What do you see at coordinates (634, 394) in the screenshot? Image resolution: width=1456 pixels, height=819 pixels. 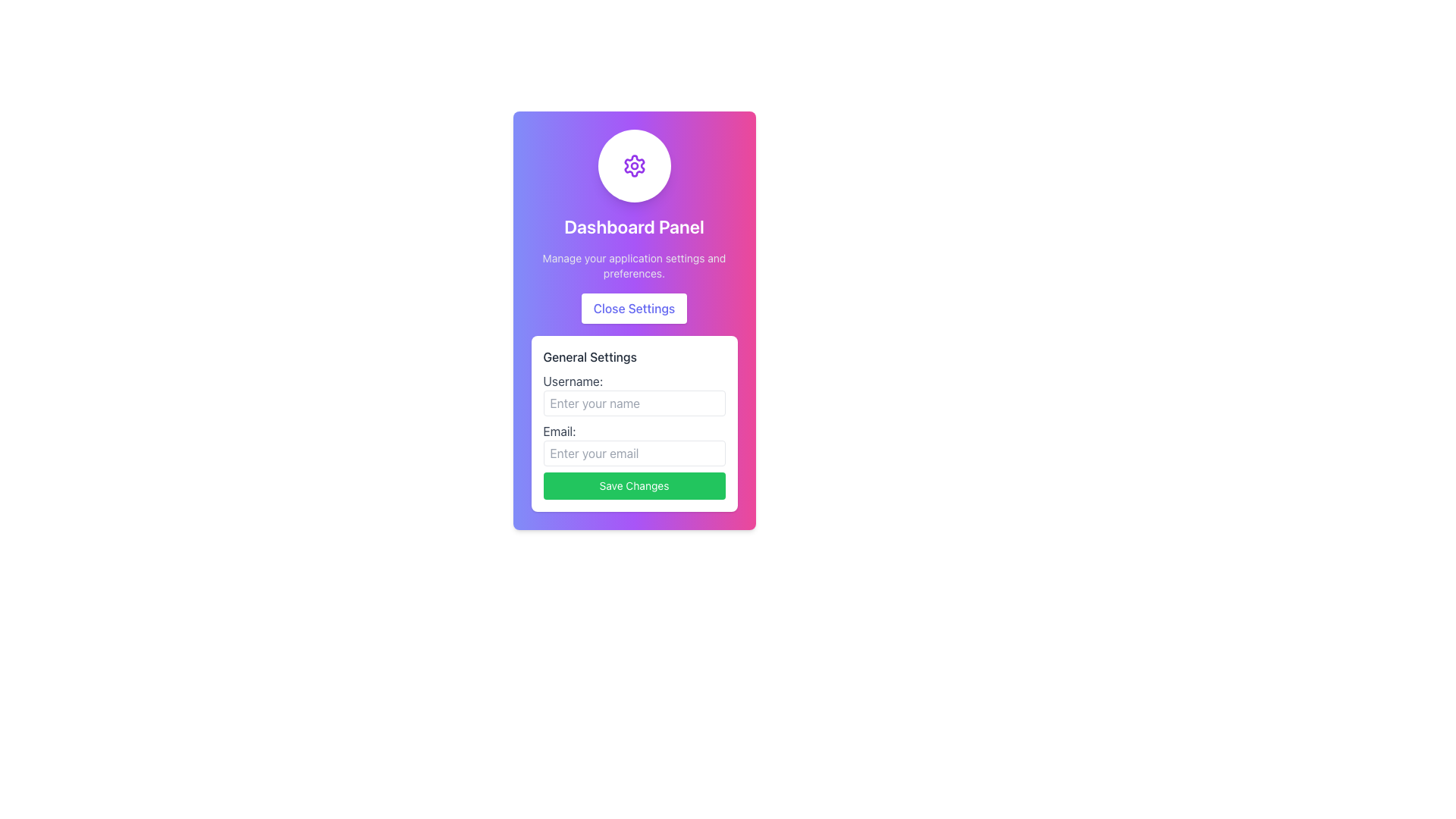 I see `the Text label in the 'General Settings' form, which guides users to enter their username in the input field below it` at bounding box center [634, 394].